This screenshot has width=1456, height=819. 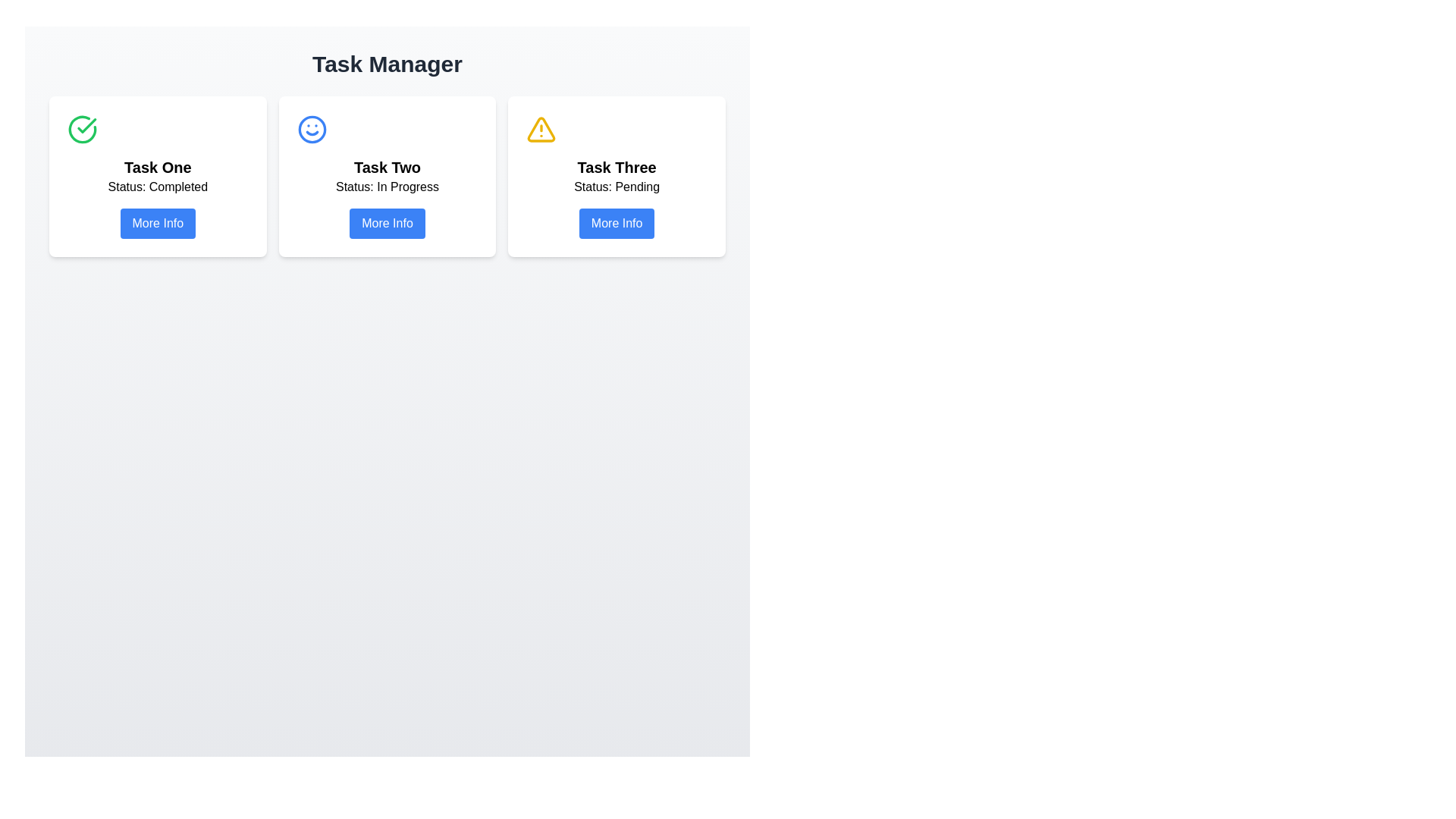 What do you see at coordinates (617, 186) in the screenshot?
I see `the status label located in the third card from the left, centered below 'Task Three' and above the 'More Info' button` at bounding box center [617, 186].